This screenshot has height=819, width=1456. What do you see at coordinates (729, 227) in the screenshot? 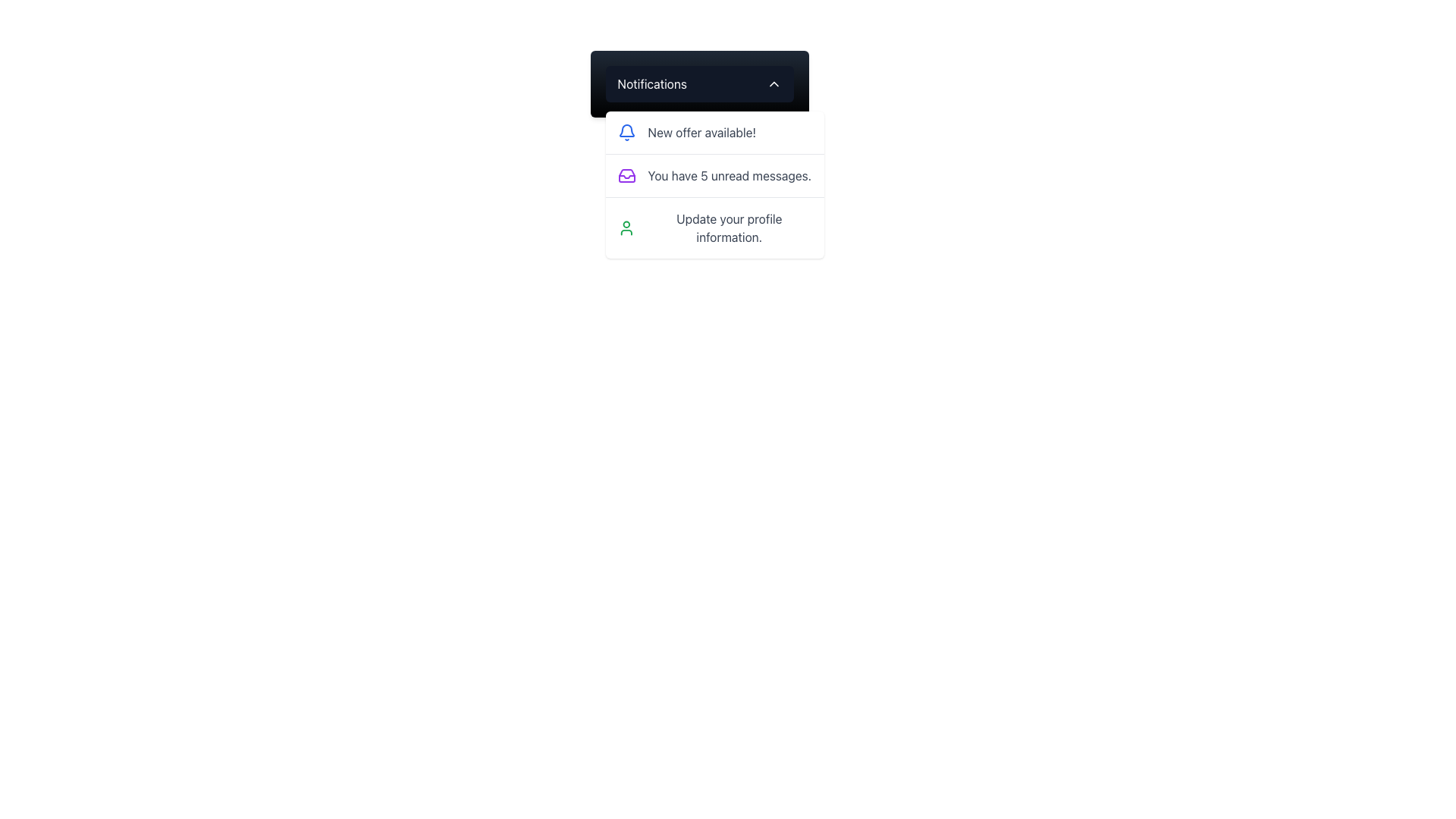
I see `static text indicating the option to update the user's profile information, which is the last entry in the dropdown menu beneath the 'Notifications' button, accompanied by a user silhouette icon in green` at bounding box center [729, 227].